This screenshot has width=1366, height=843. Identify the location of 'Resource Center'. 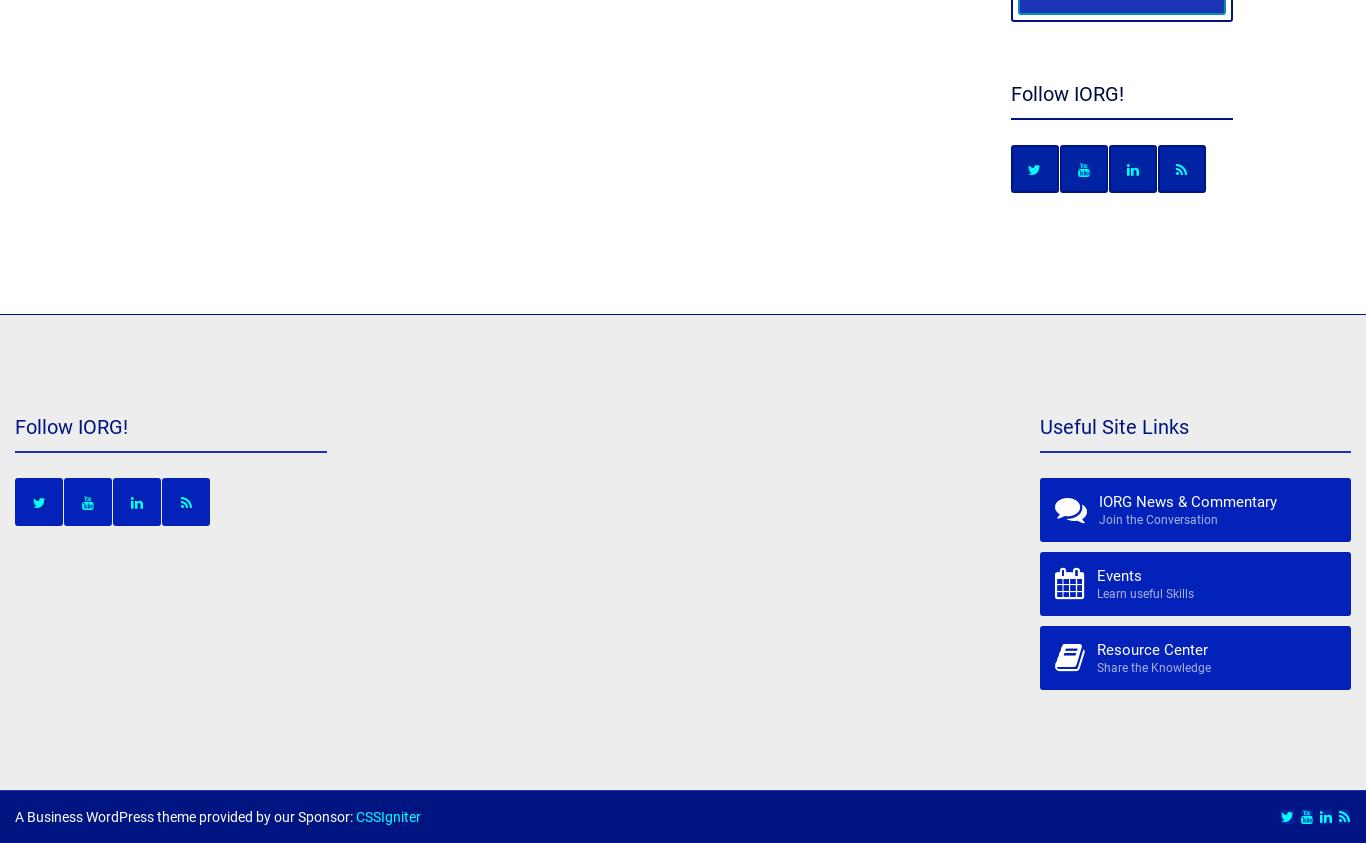
(1151, 648).